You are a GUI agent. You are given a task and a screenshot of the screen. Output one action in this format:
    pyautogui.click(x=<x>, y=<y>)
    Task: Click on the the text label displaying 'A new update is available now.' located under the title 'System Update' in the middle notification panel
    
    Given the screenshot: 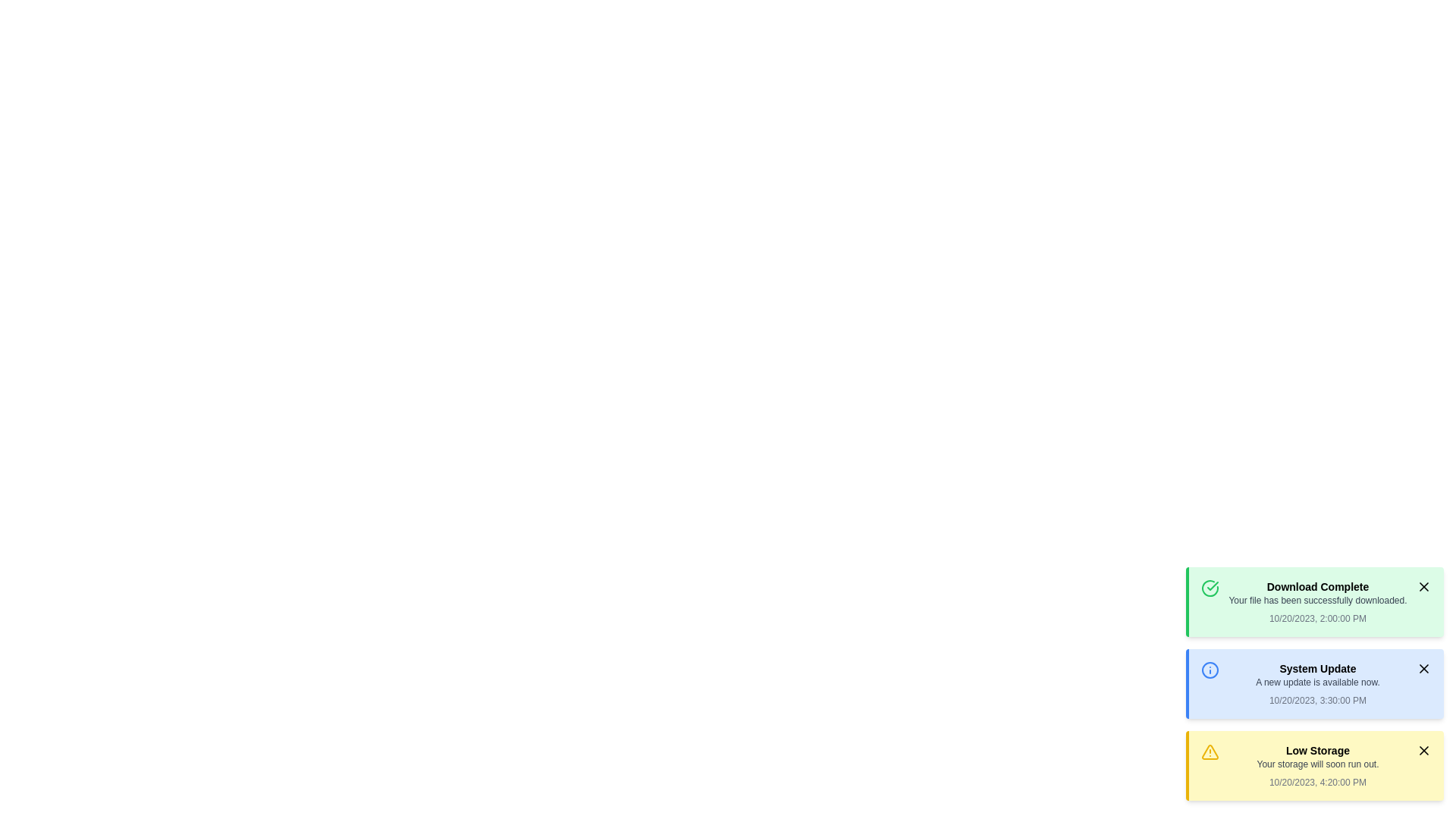 What is the action you would take?
    pyautogui.click(x=1316, y=681)
    